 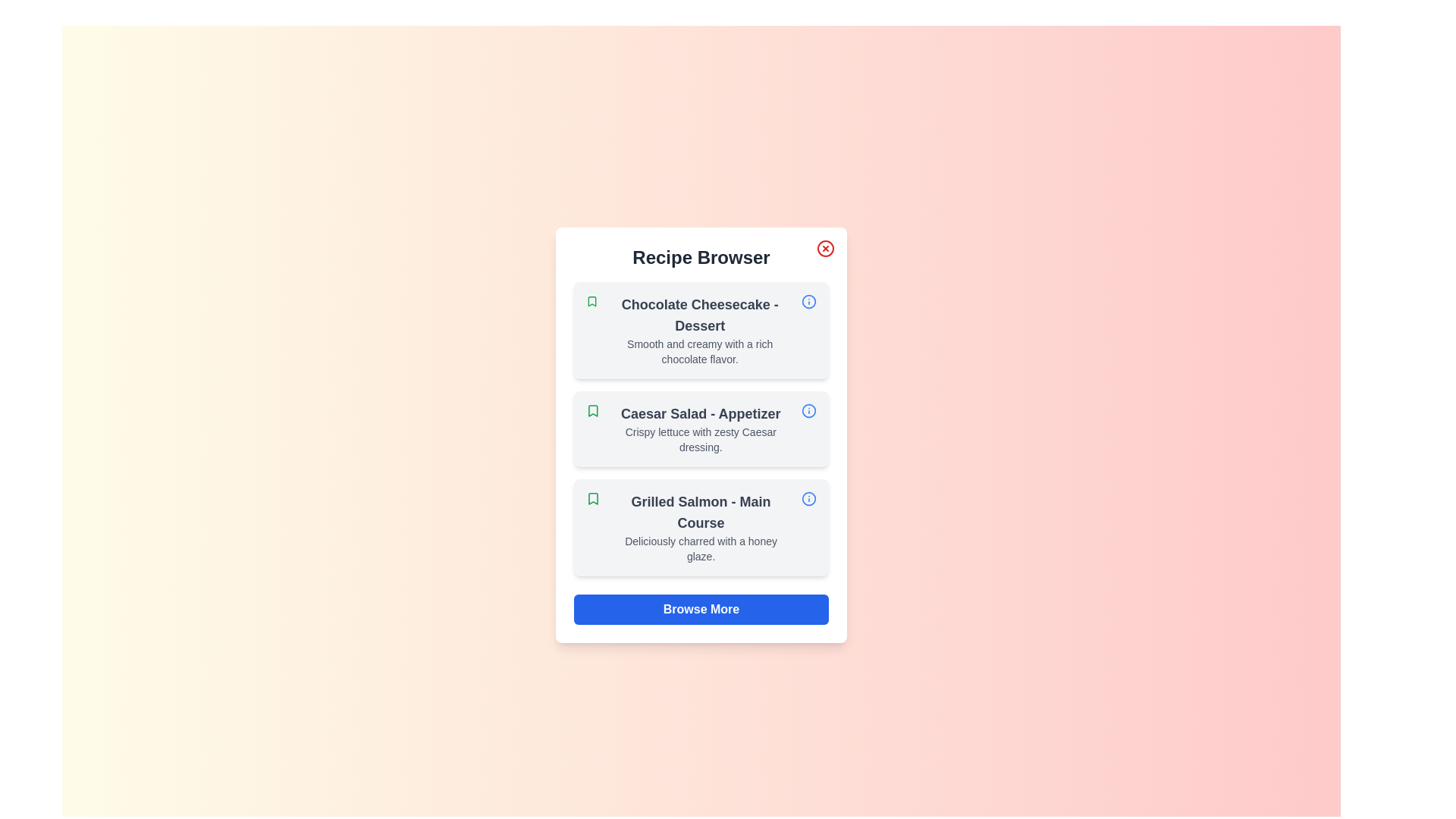 What do you see at coordinates (701, 608) in the screenshot?
I see `'Browse More' button to browse more recipes` at bounding box center [701, 608].